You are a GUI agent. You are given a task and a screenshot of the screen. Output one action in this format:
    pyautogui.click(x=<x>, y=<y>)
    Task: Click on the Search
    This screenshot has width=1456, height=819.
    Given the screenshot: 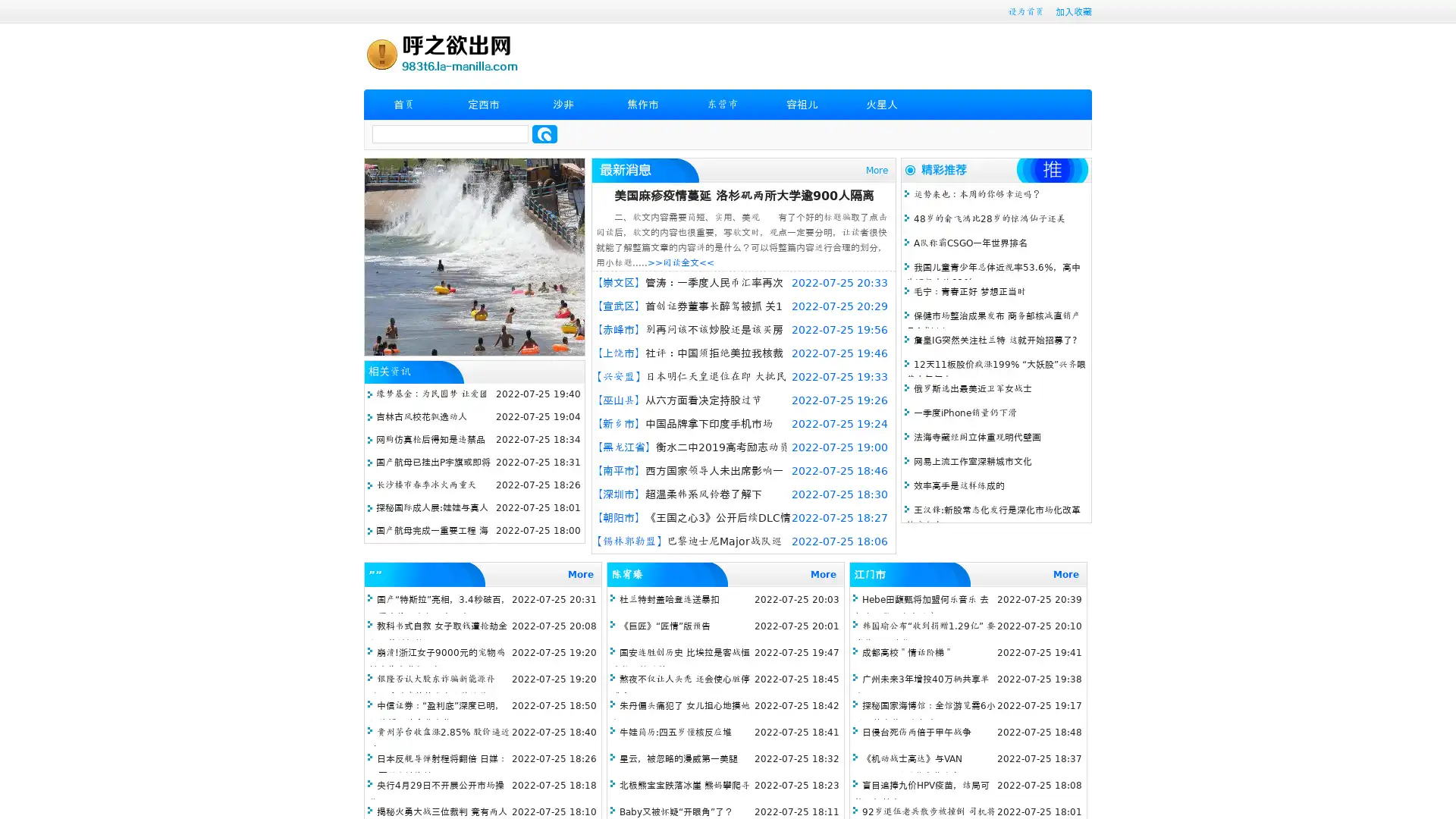 What is the action you would take?
    pyautogui.click(x=544, y=133)
    